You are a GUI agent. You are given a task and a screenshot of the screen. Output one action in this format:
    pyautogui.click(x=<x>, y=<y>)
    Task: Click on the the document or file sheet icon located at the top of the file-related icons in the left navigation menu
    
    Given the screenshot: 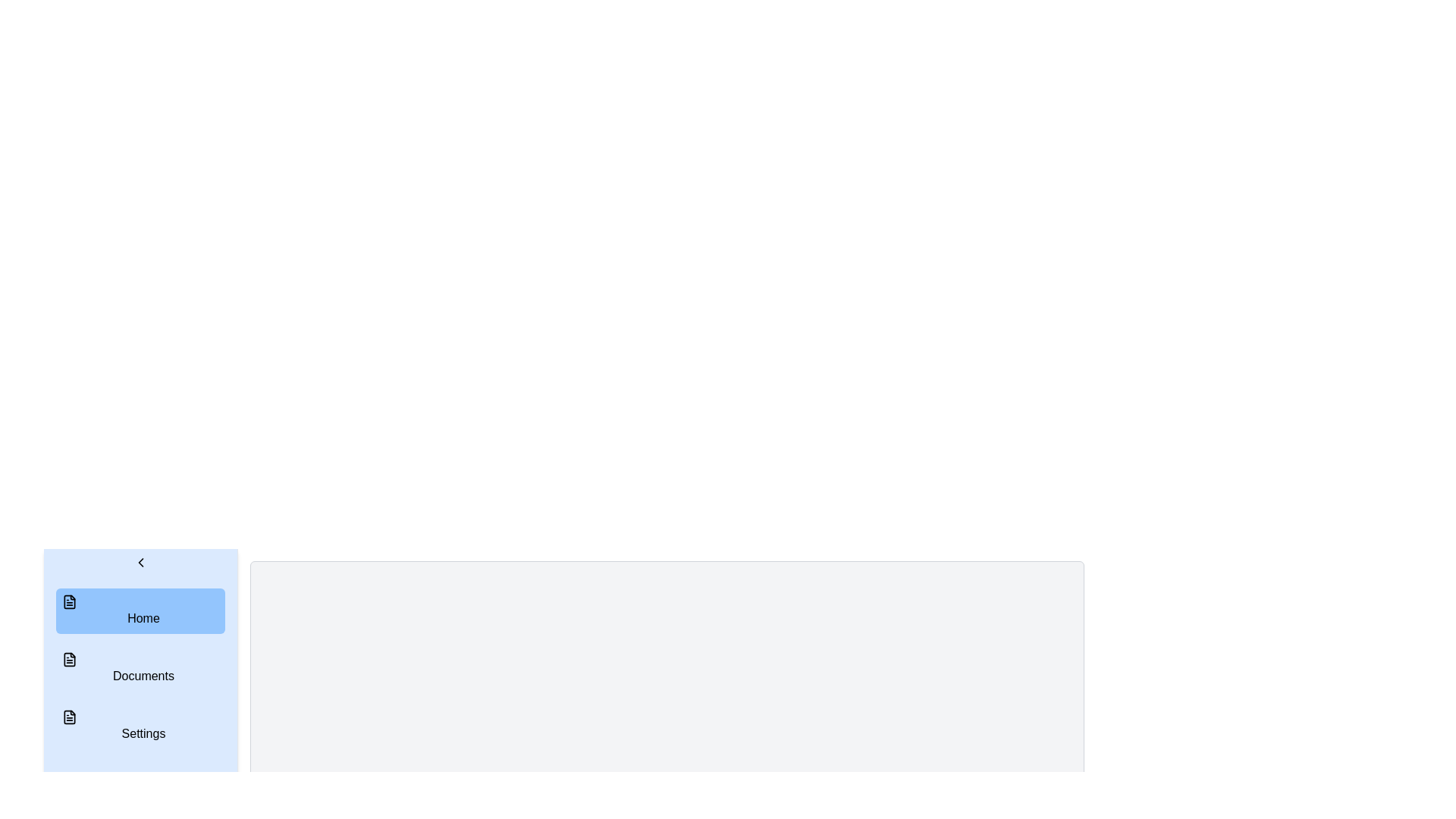 What is the action you would take?
    pyautogui.click(x=68, y=659)
    